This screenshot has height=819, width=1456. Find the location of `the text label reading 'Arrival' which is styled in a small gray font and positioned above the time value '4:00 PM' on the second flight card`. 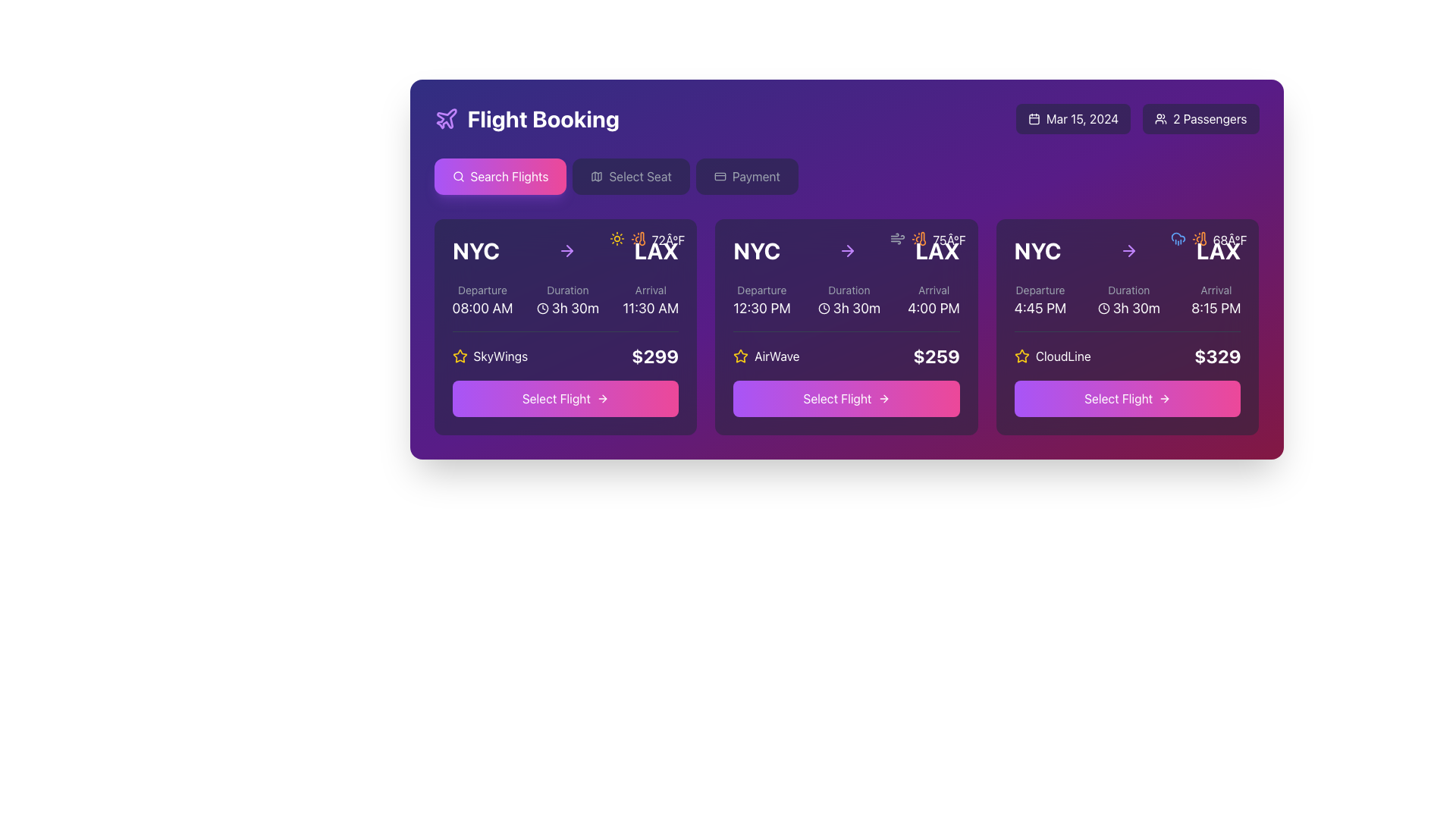

the text label reading 'Arrival' which is styled in a small gray font and positioned above the time value '4:00 PM' on the second flight card is located at coordinates (933, 290).